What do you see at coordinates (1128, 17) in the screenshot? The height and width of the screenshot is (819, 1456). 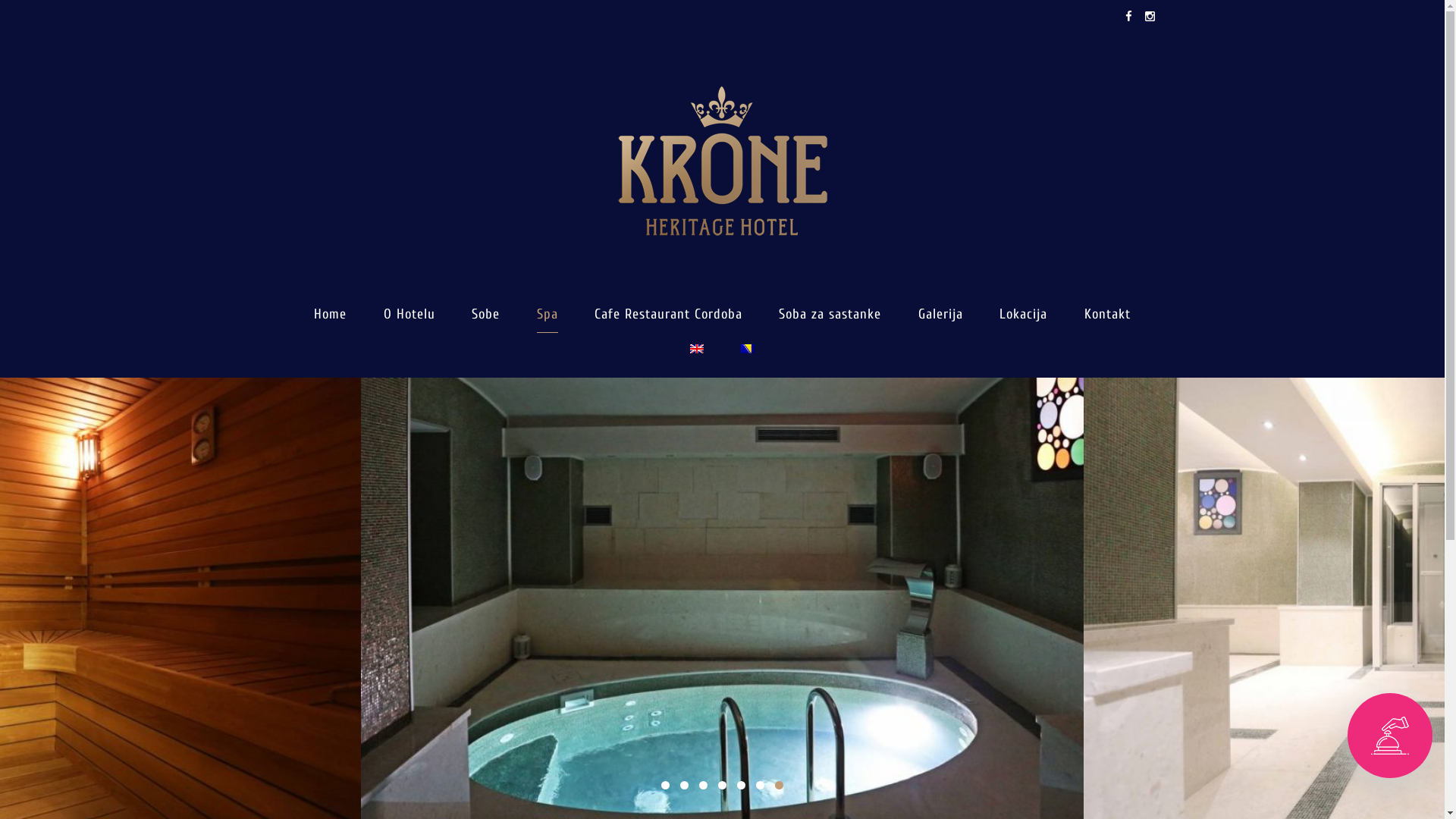 I see `'Facebook'` at bounding box center [1128, 17].